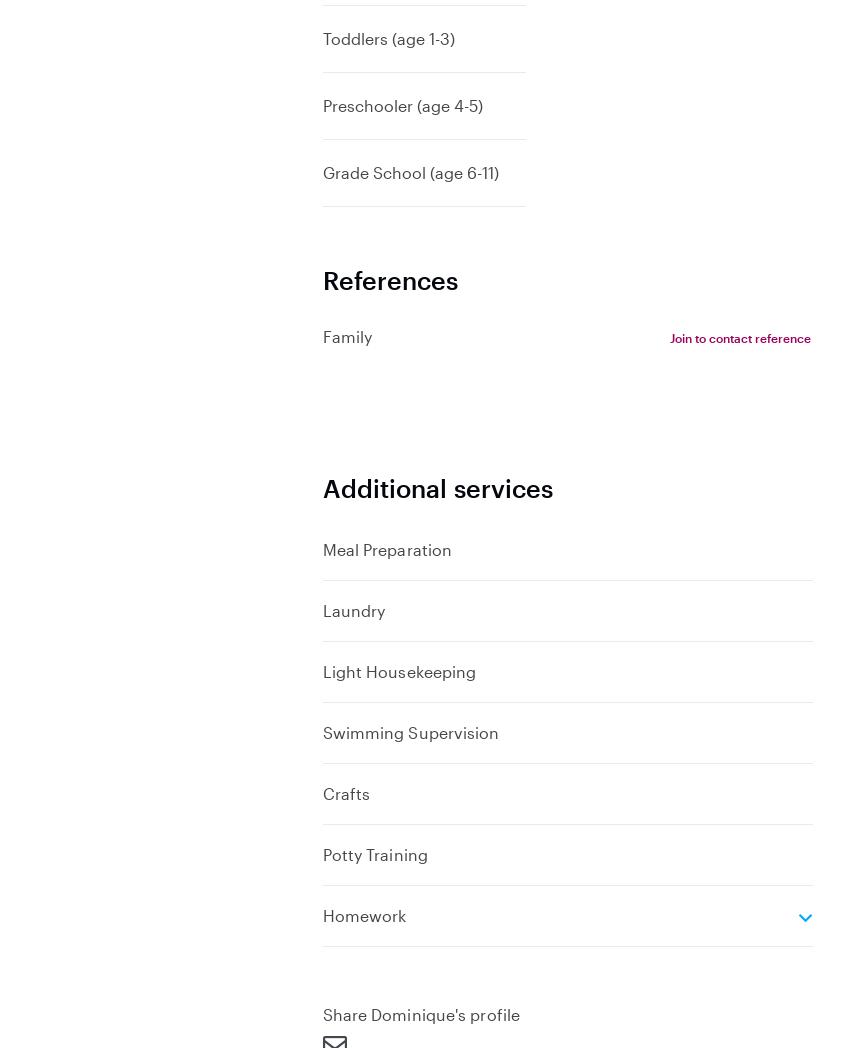  I want to click on 'Homework', so click(362, 913).